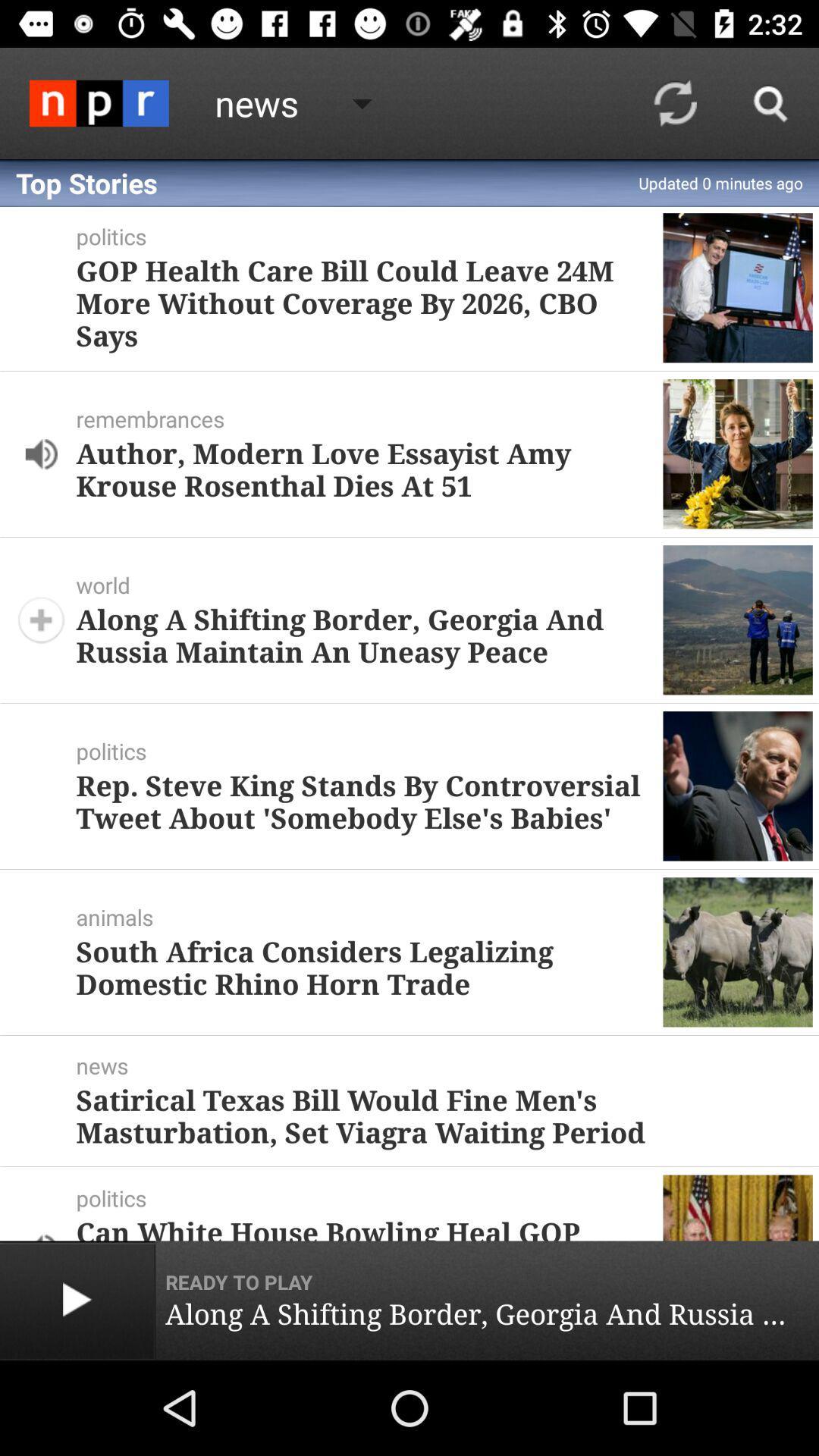 The height and width of the screenshot is (1456, 819). Describe the element at coordinates (363, 966) in the screenshot. I see `the item below the animals item` at that location.